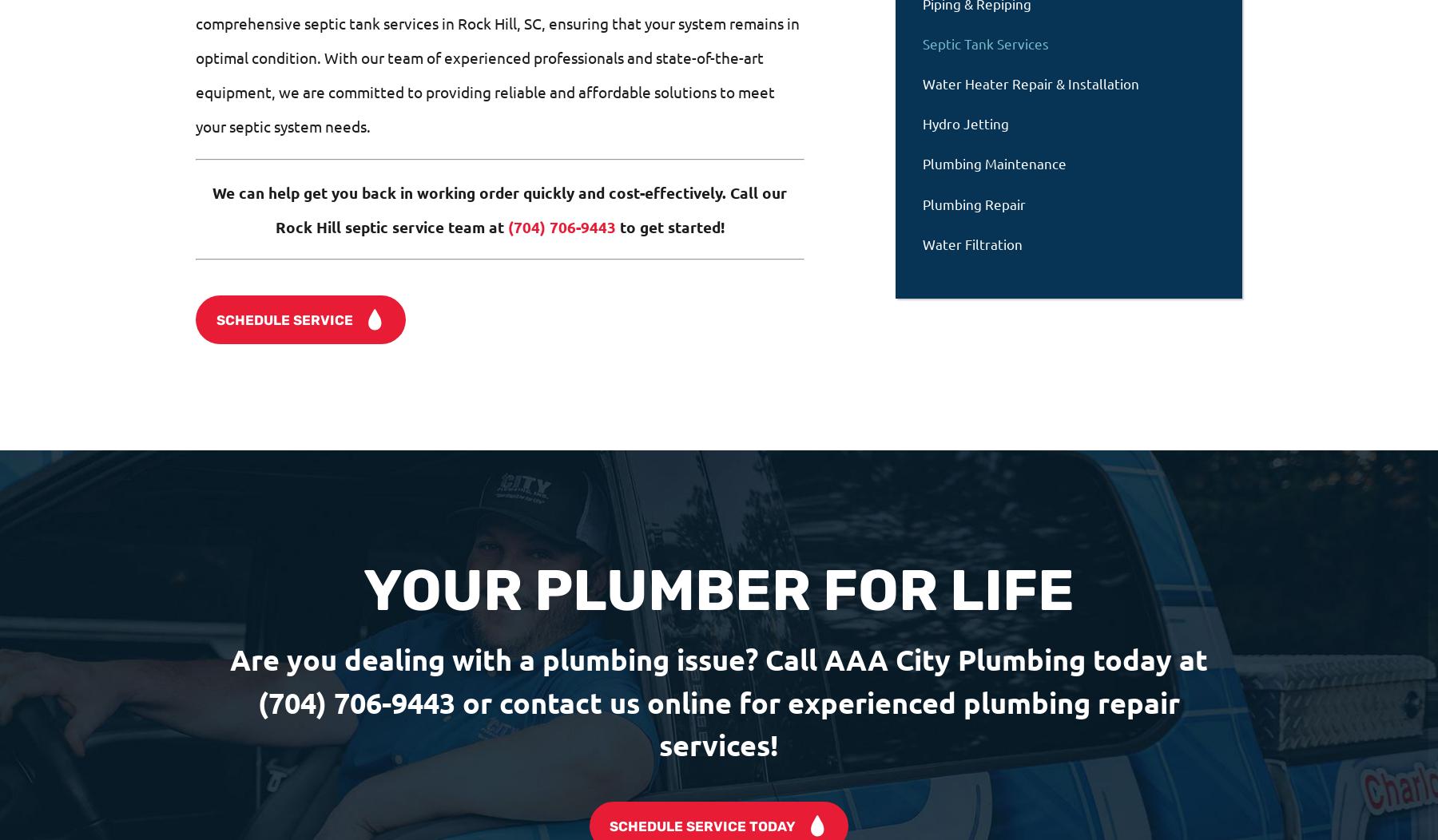  I want to click on 'Locations', so click(707, 618).